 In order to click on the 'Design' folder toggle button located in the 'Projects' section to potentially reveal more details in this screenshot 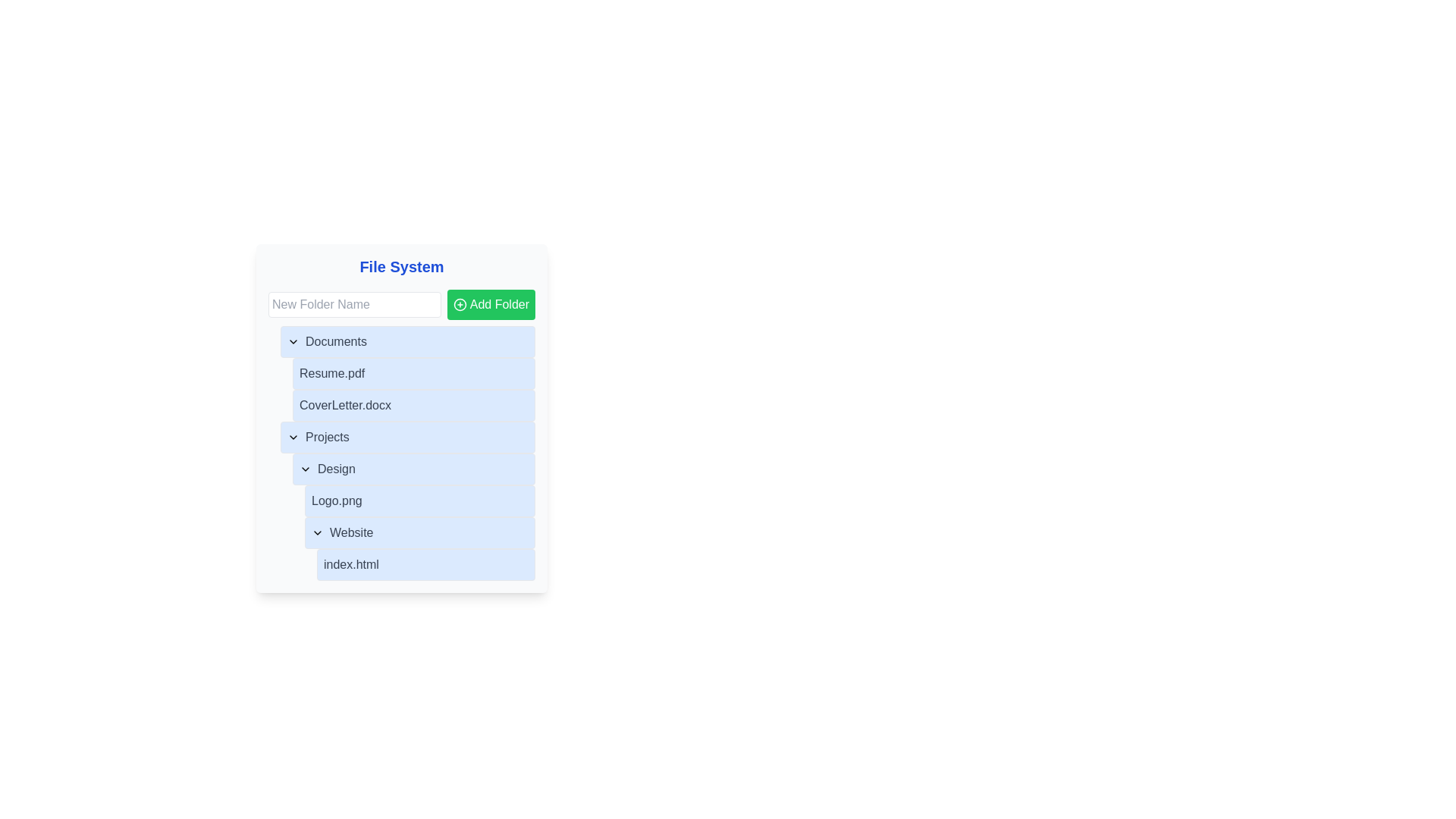, I will do `click(414, 468)`.